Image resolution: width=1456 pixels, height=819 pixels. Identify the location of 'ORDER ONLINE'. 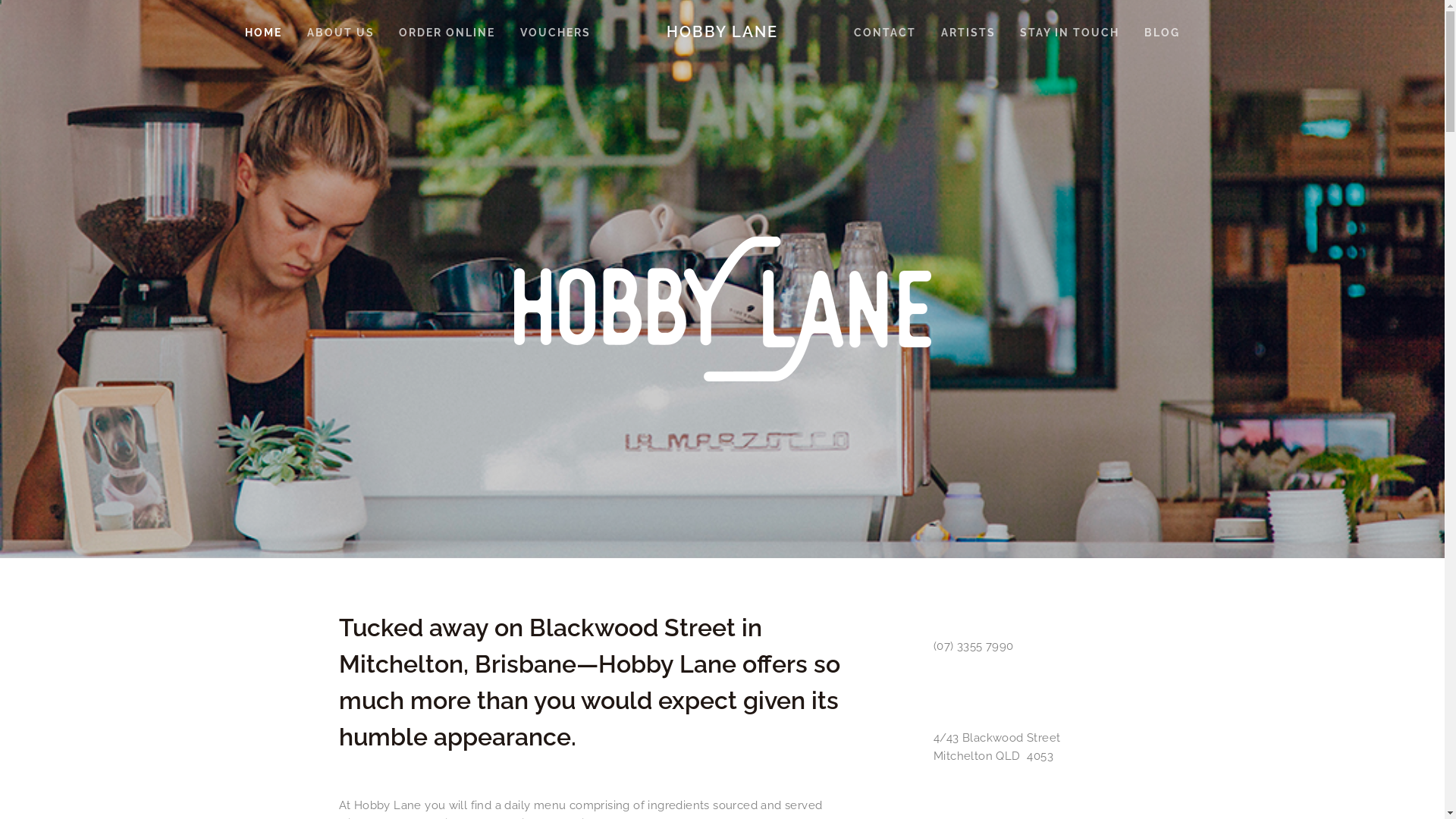
(446, 32).